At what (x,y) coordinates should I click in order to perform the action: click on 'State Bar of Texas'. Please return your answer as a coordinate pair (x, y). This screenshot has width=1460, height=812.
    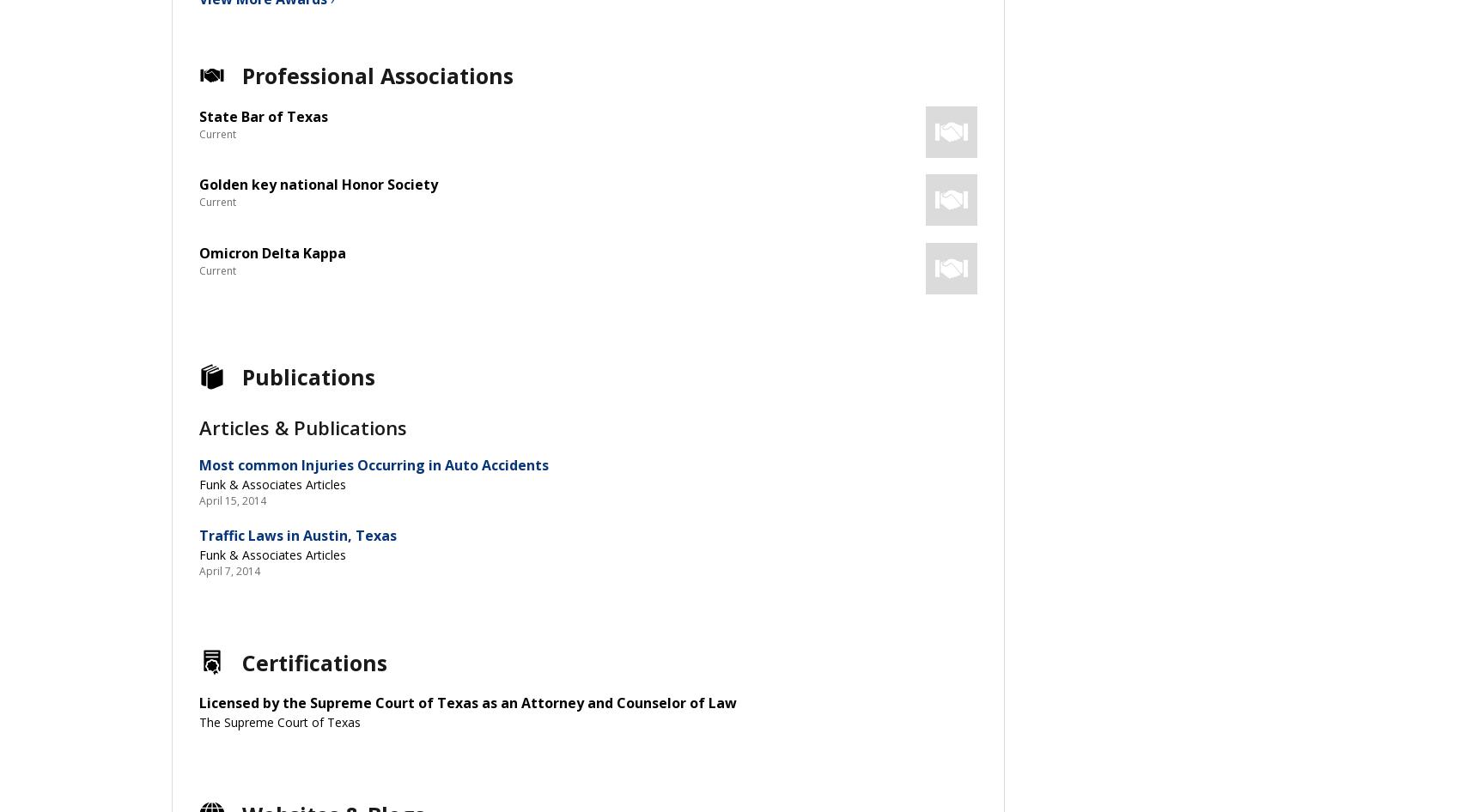
    Looking at the image, I should click on (264, 116).